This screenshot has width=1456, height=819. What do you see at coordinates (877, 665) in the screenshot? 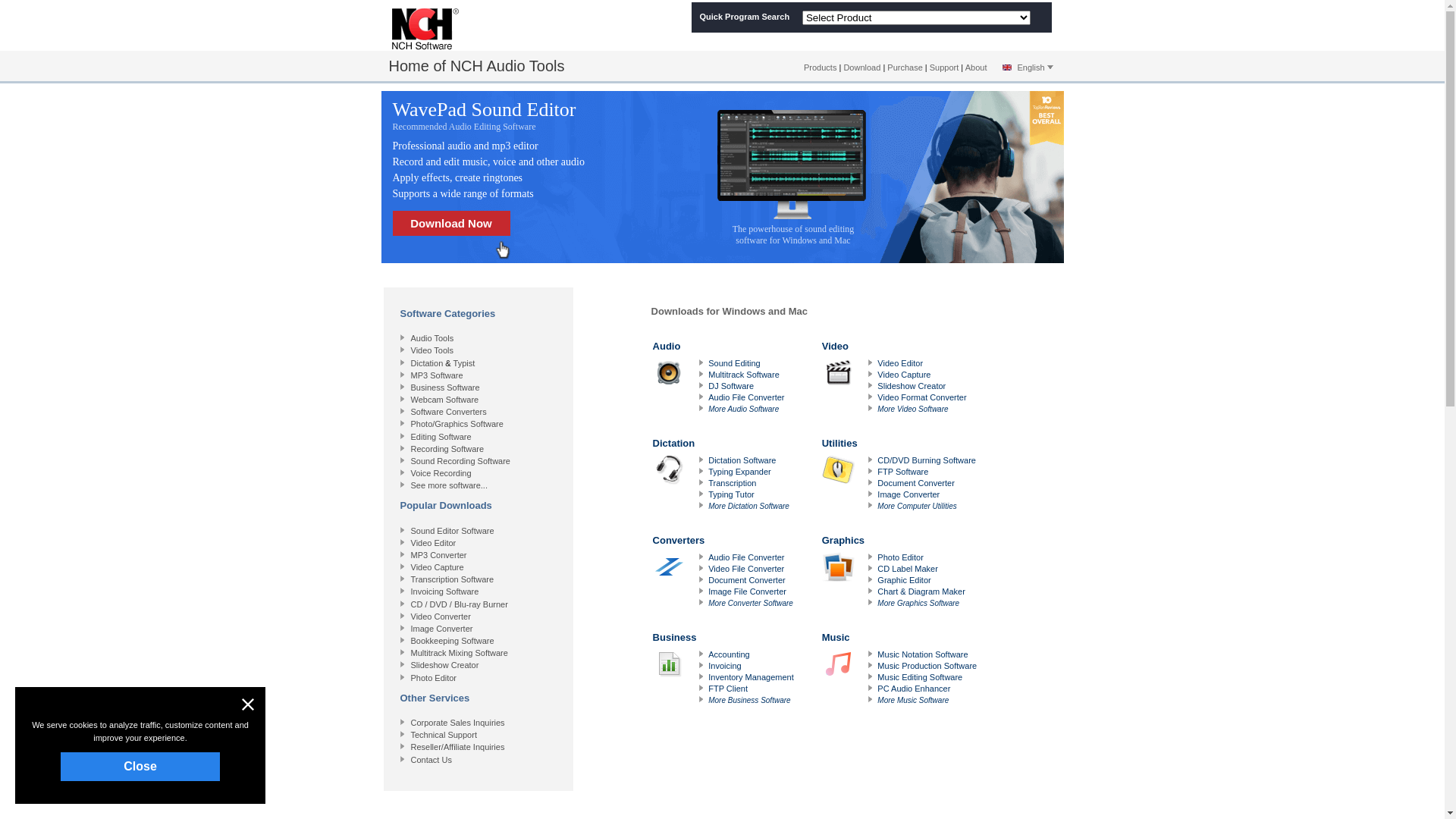
I see `'Music Production Software'` at bounding box center [877, 665].